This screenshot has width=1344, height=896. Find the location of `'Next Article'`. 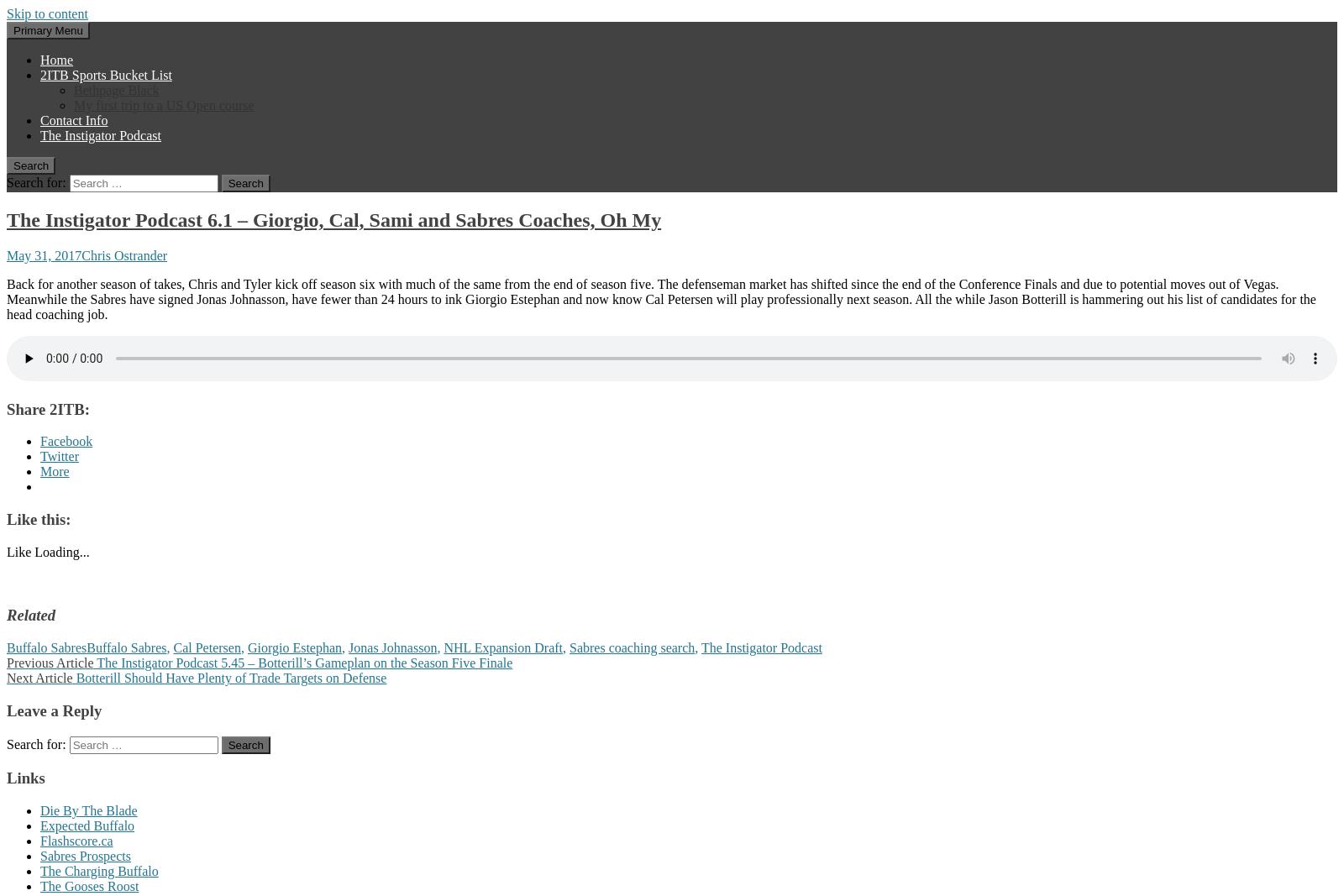

'Next Article' is located at coordinates (39, 677).